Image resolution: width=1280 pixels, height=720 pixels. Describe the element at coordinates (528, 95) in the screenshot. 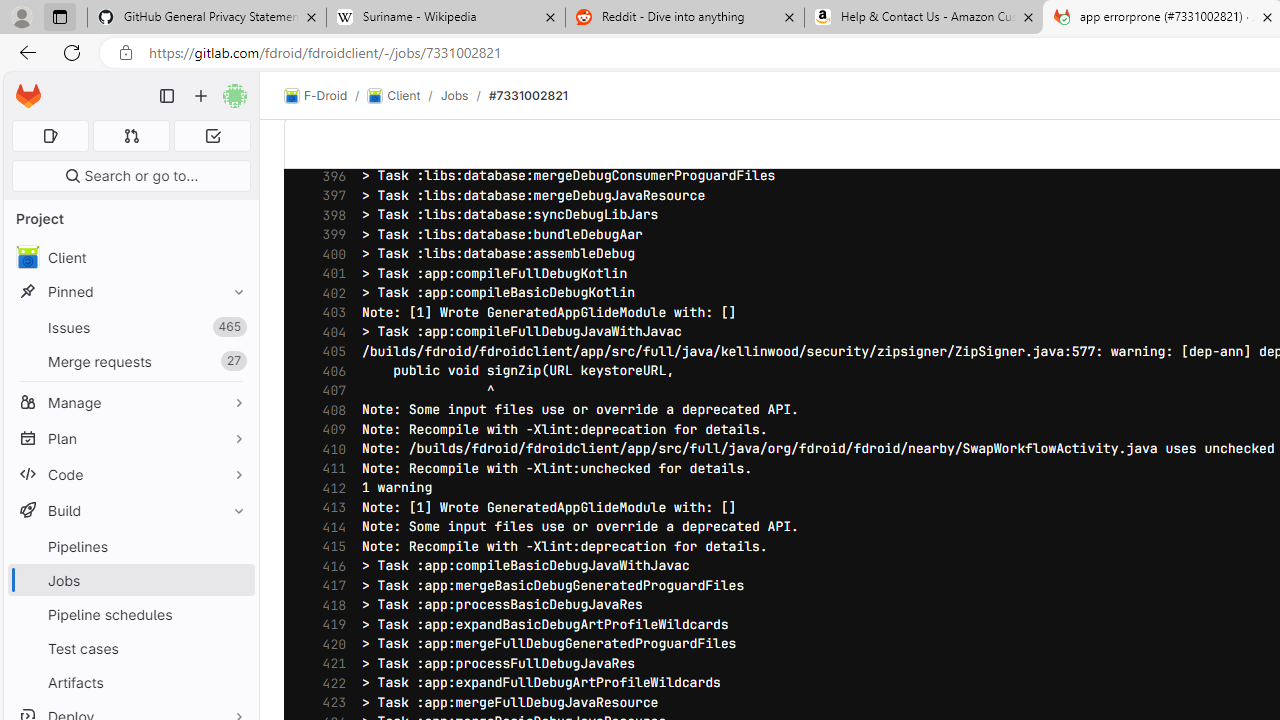

I see `'#7331002821'` at that location.